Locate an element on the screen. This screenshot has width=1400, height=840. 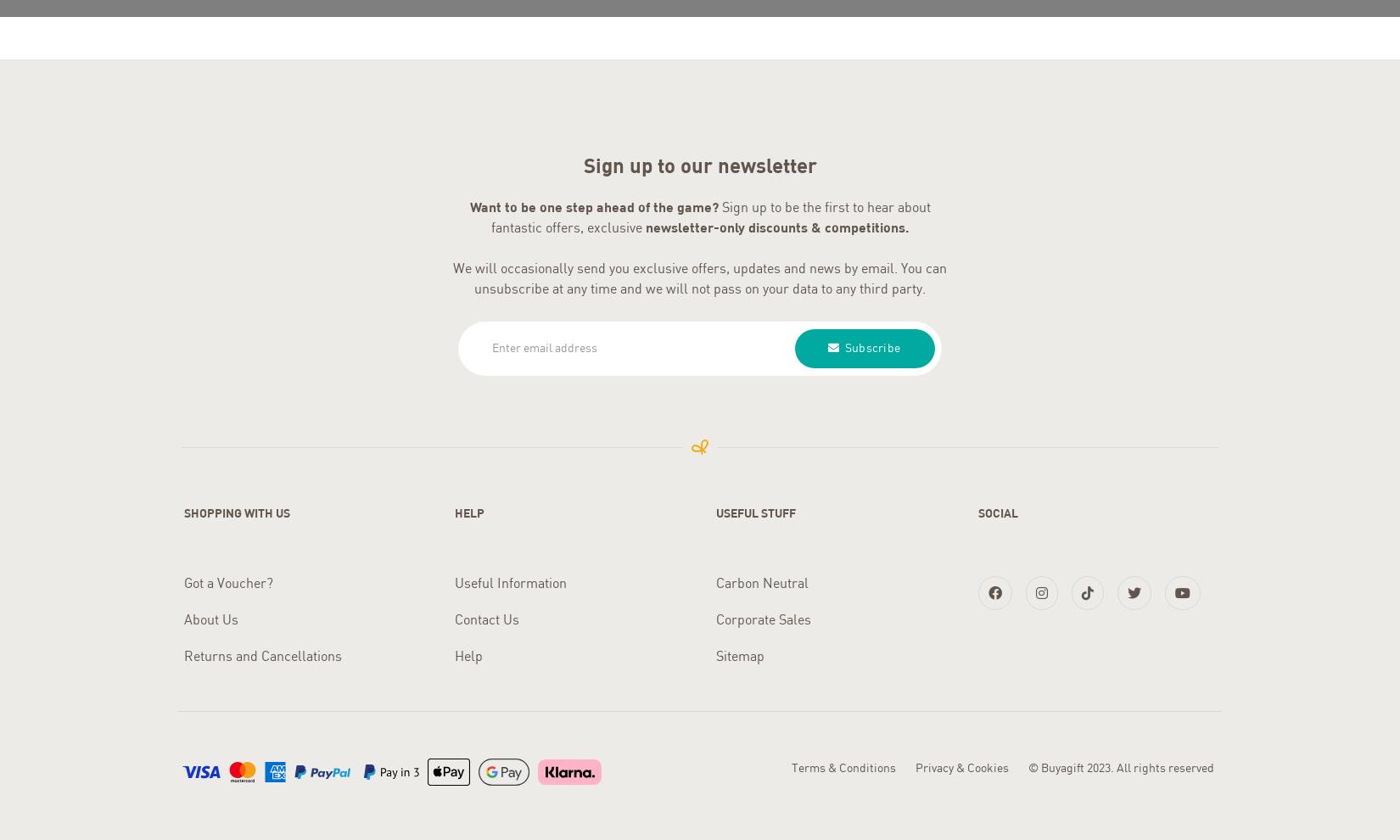
'Shopping with us' is located at coordinates (183, 508).